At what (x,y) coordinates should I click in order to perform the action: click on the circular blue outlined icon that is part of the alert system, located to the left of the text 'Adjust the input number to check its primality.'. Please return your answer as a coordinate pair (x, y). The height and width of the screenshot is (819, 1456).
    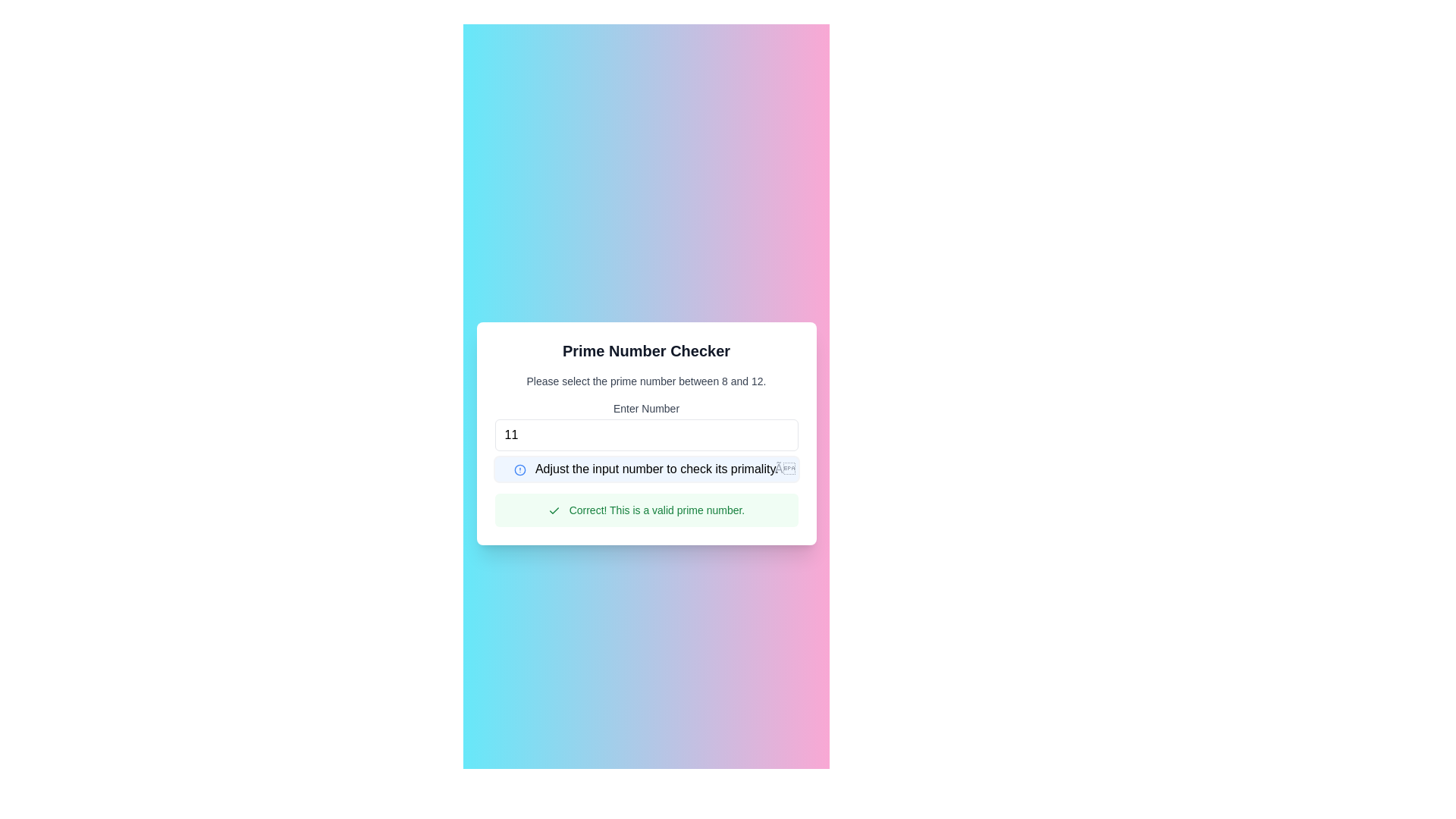
    Looking at the image, I should click on (520, 469).